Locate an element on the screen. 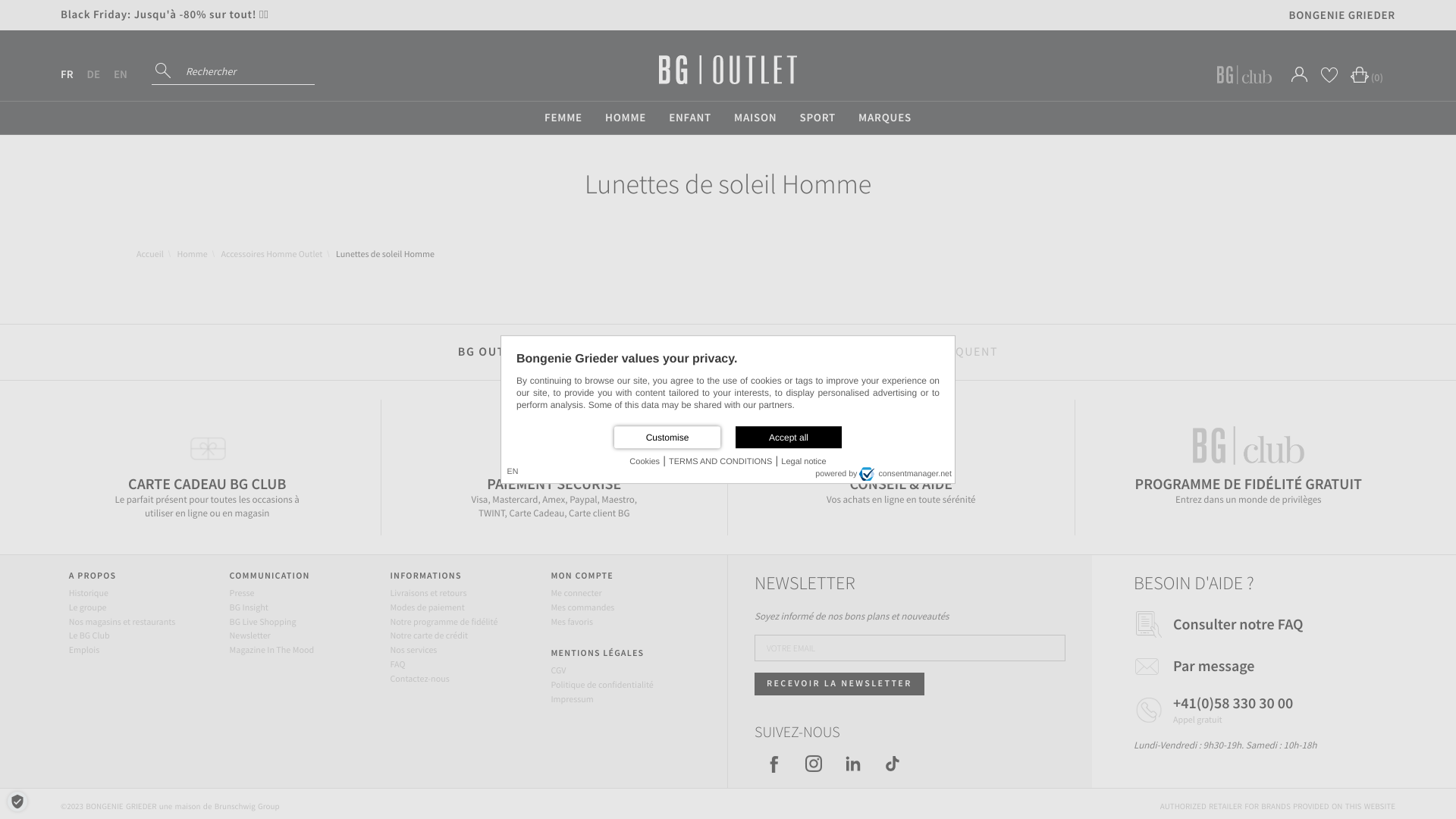 The height and width of the screenshot is (819, 1456). 'Newsletter' is located at coordinates (250, 635).